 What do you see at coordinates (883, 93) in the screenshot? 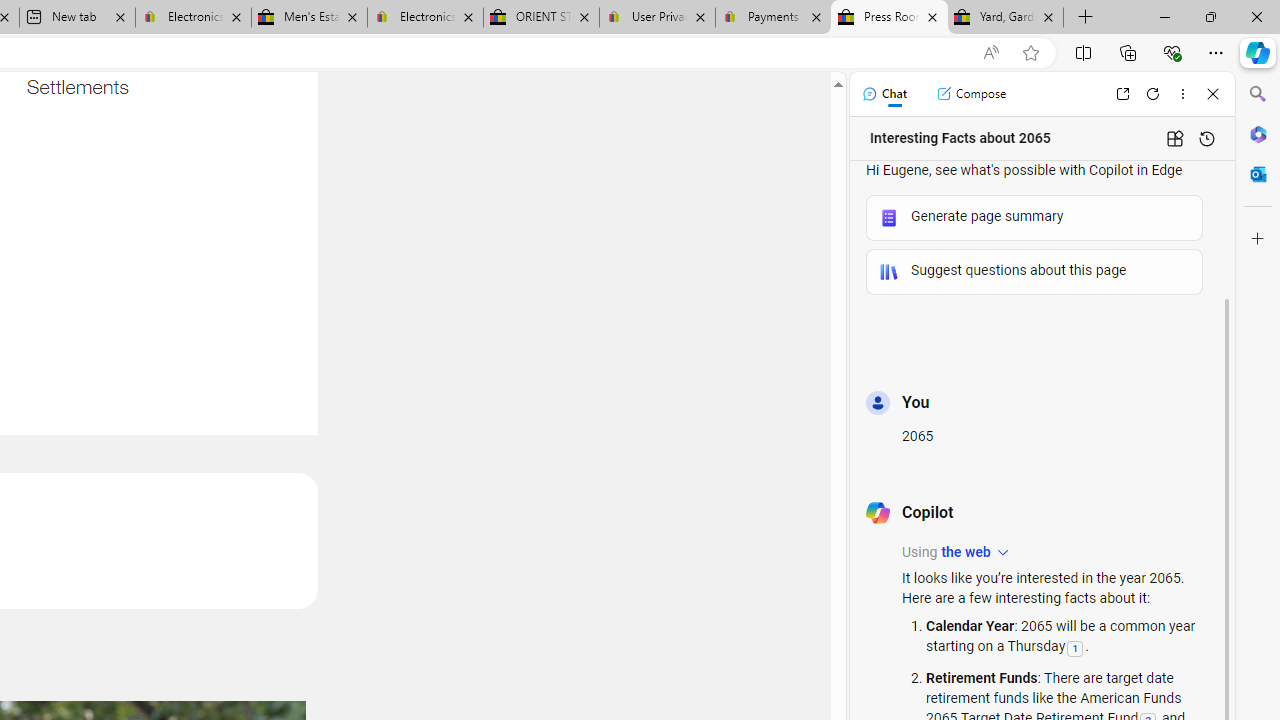
I see `'Chat'` at bounding box center [883, 93].